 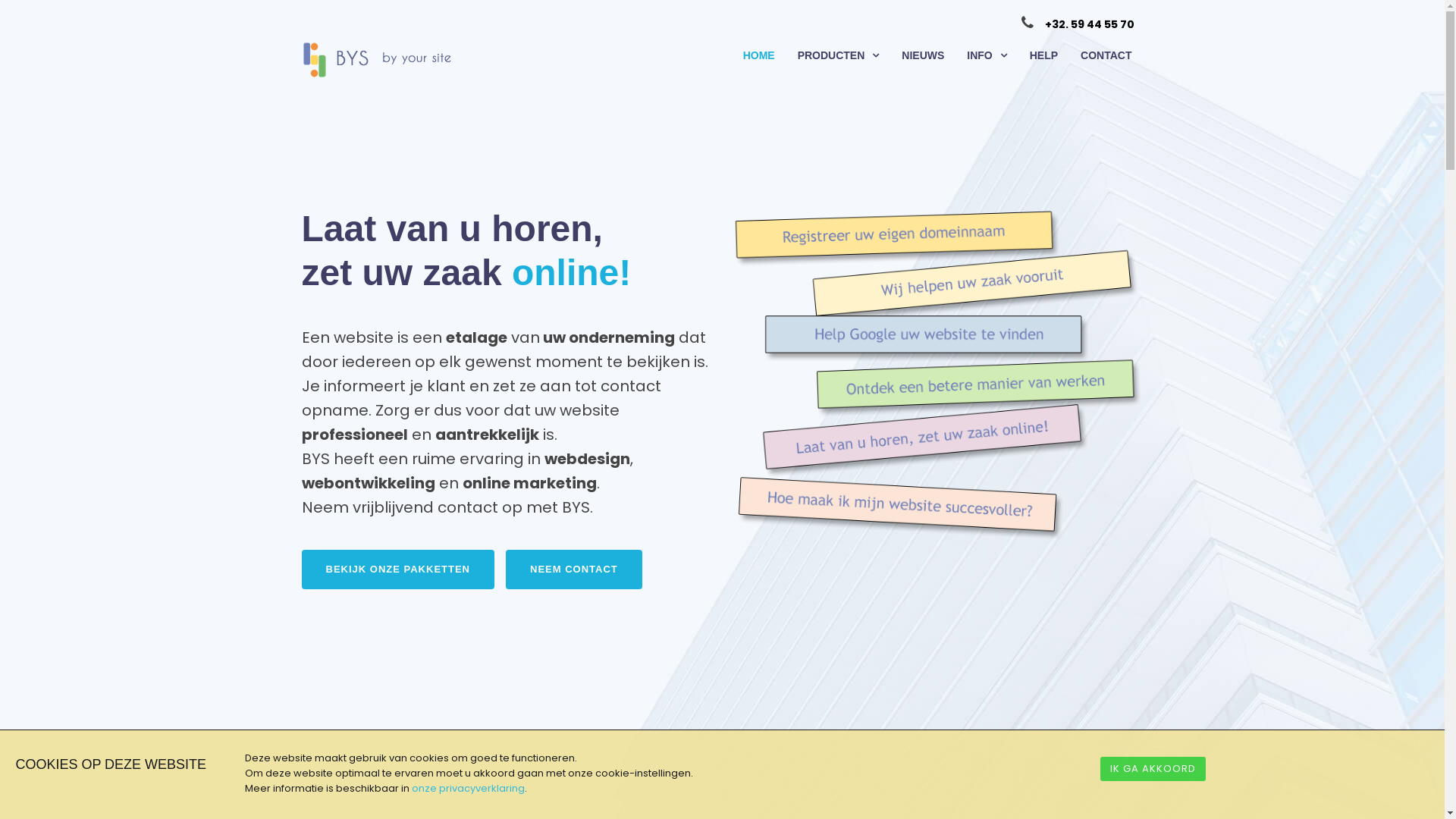 I want to click on 'onze privacyverklaring', so click(x=466, y=787).